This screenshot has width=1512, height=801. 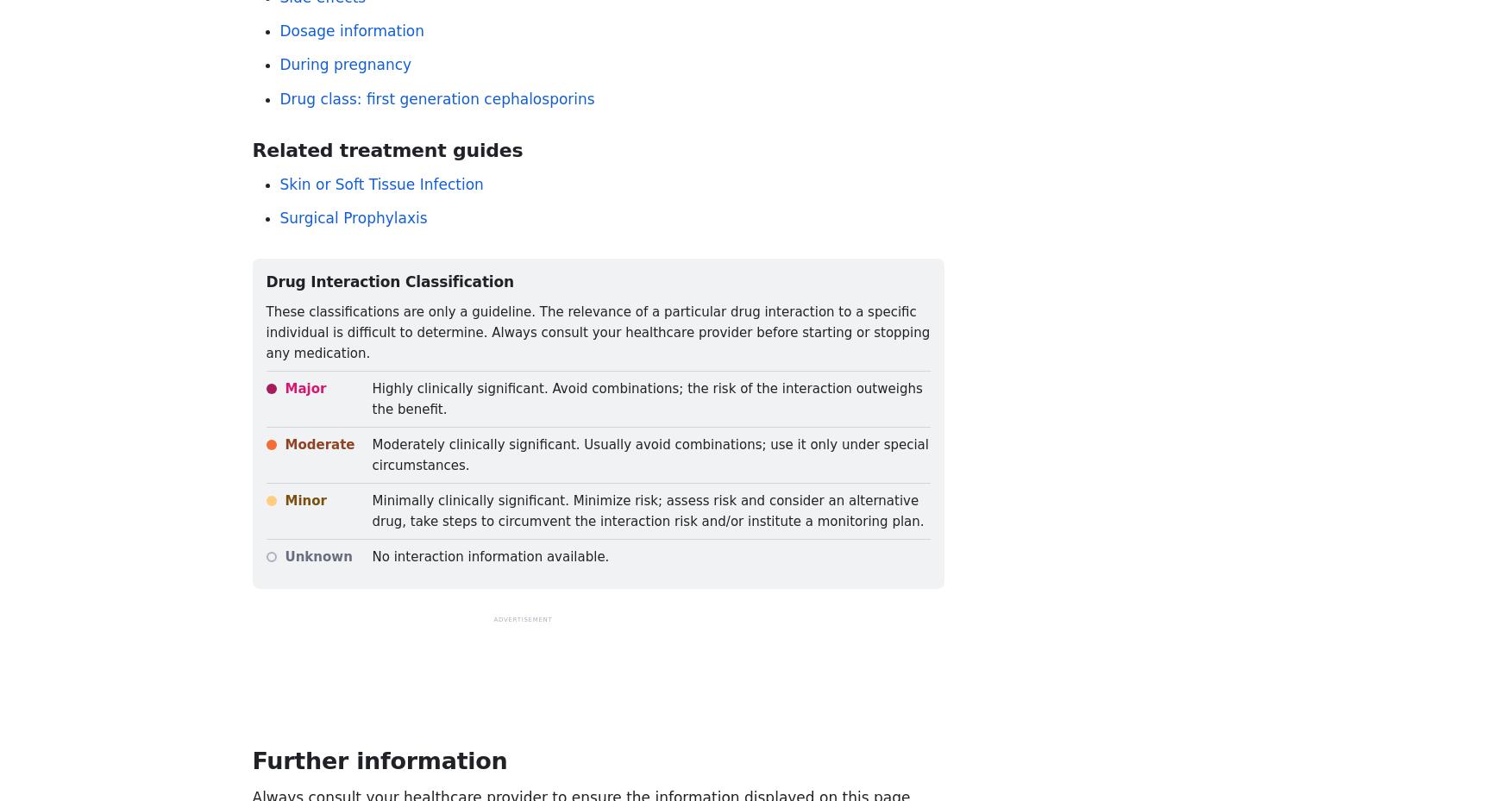 What do you see at coordinates (279, 63) in the screenshot?
I see `'During pregnancy'` at bounding box center [279, 63].